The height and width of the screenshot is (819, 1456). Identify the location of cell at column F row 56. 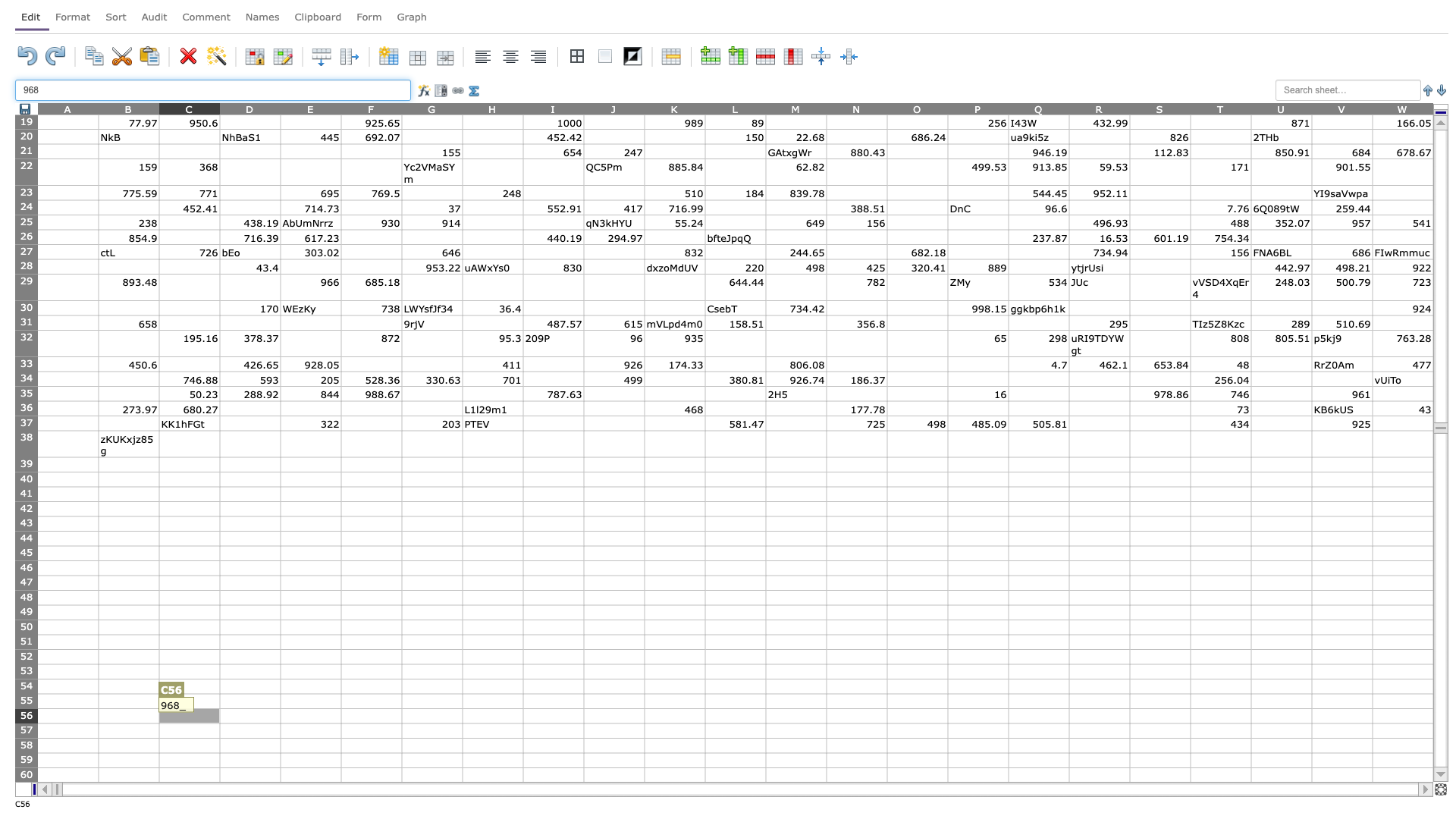
(371, 716).